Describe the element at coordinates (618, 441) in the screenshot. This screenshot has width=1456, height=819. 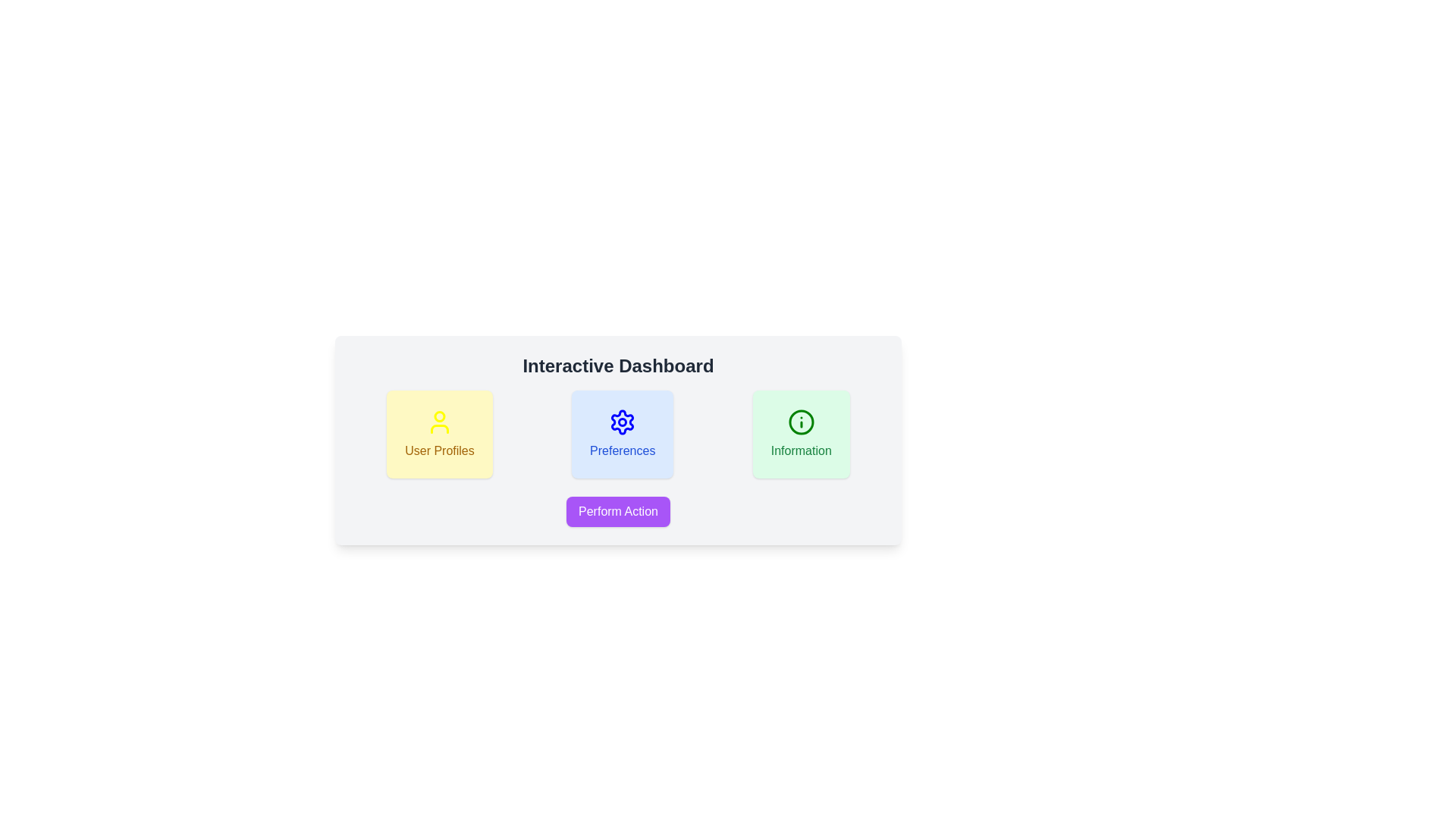
I see `the blue rectangular 'Preferences' informational card that contains a gear icon and text, located in the middle of three horizontal cards in the 'Interactive Dashboard'` at that location.